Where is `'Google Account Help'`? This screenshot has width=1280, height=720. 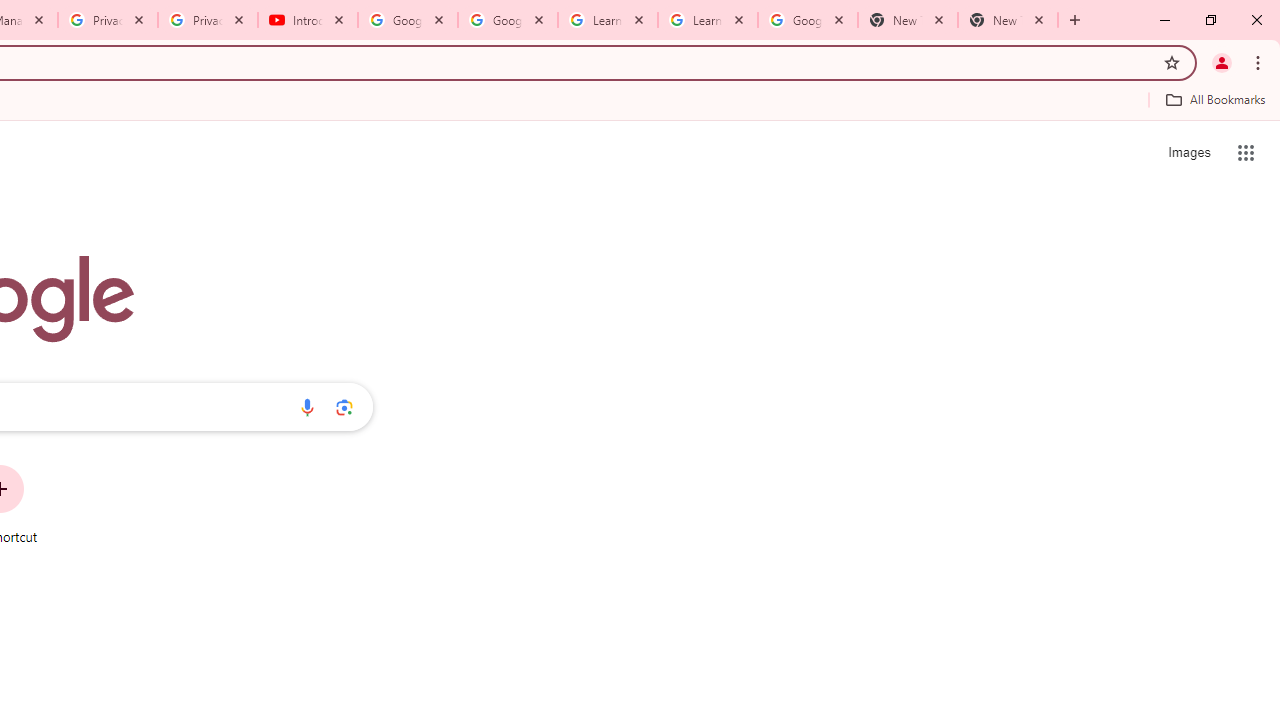
'Google Account Help' is located at coordinates (508, 20).